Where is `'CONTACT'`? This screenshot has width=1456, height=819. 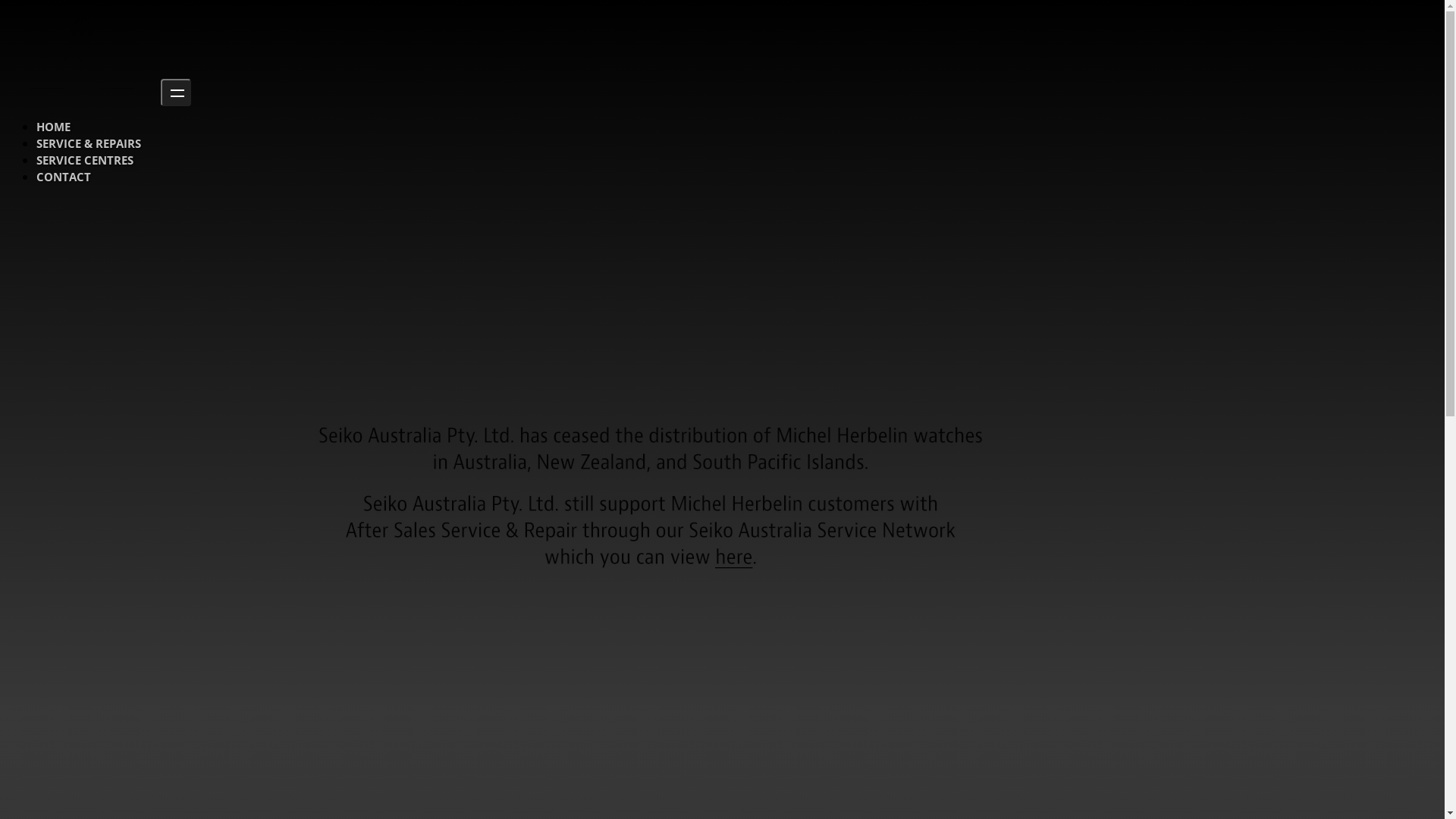 'CONTACT' is located at coordinates (62, 175).